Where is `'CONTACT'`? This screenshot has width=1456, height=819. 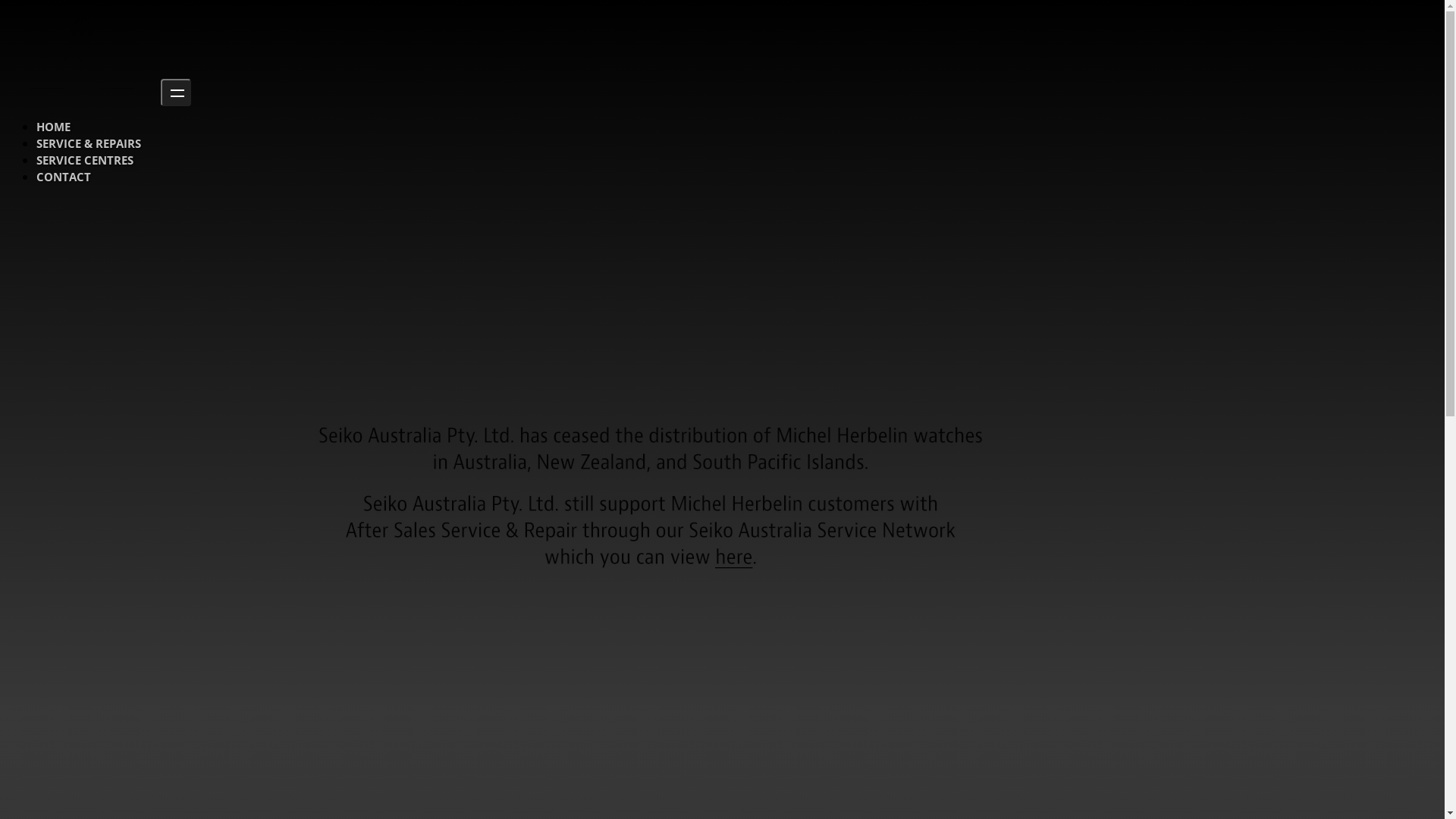 'CONTACT' is located at coordinates (62, 175).